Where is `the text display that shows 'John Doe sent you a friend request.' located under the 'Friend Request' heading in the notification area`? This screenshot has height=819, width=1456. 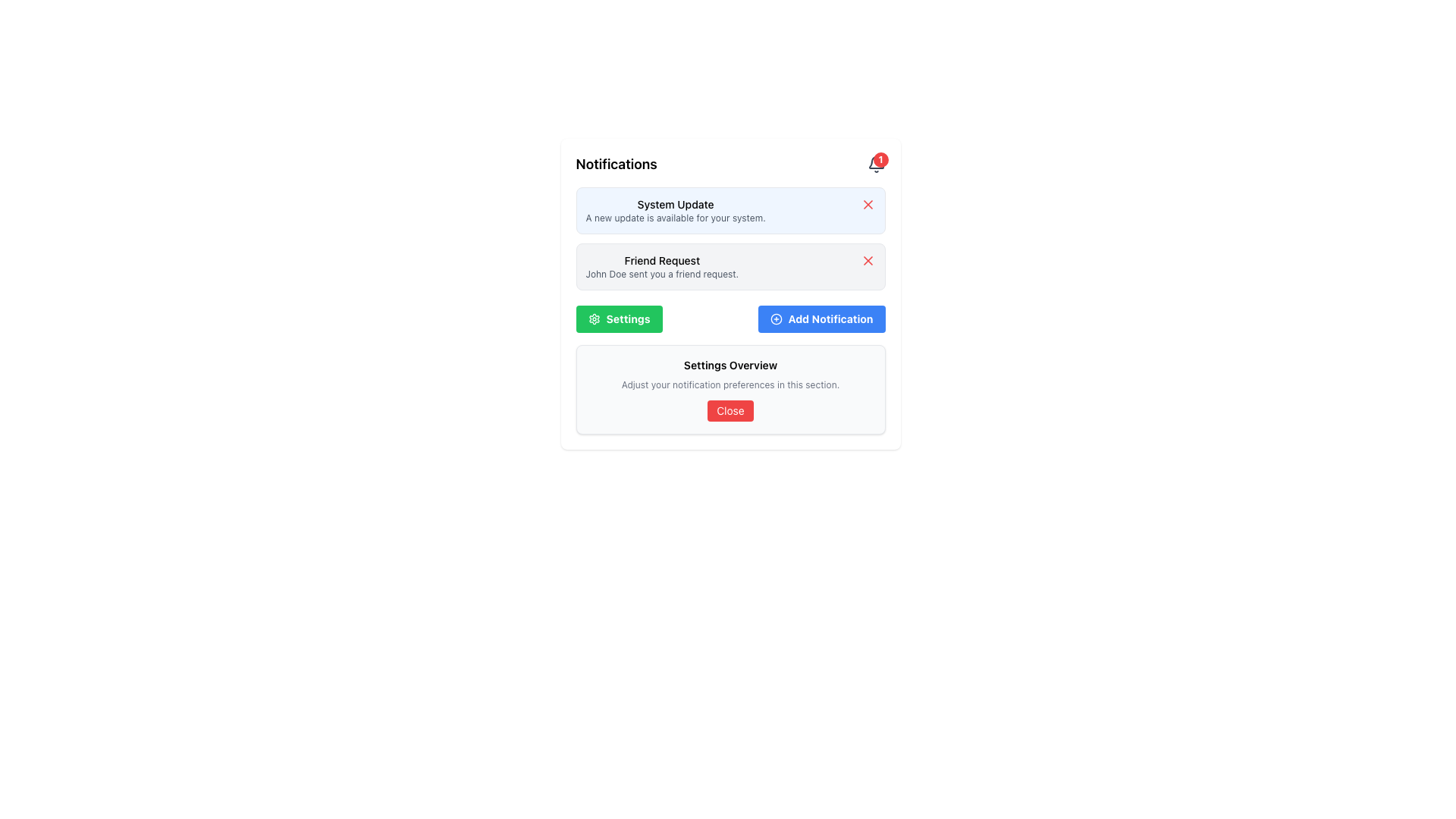
the text display that shows 'John Doe sent you a friend request.' located under the 'Friend Request' heading in the notification area is located at coordinates (662, 275).